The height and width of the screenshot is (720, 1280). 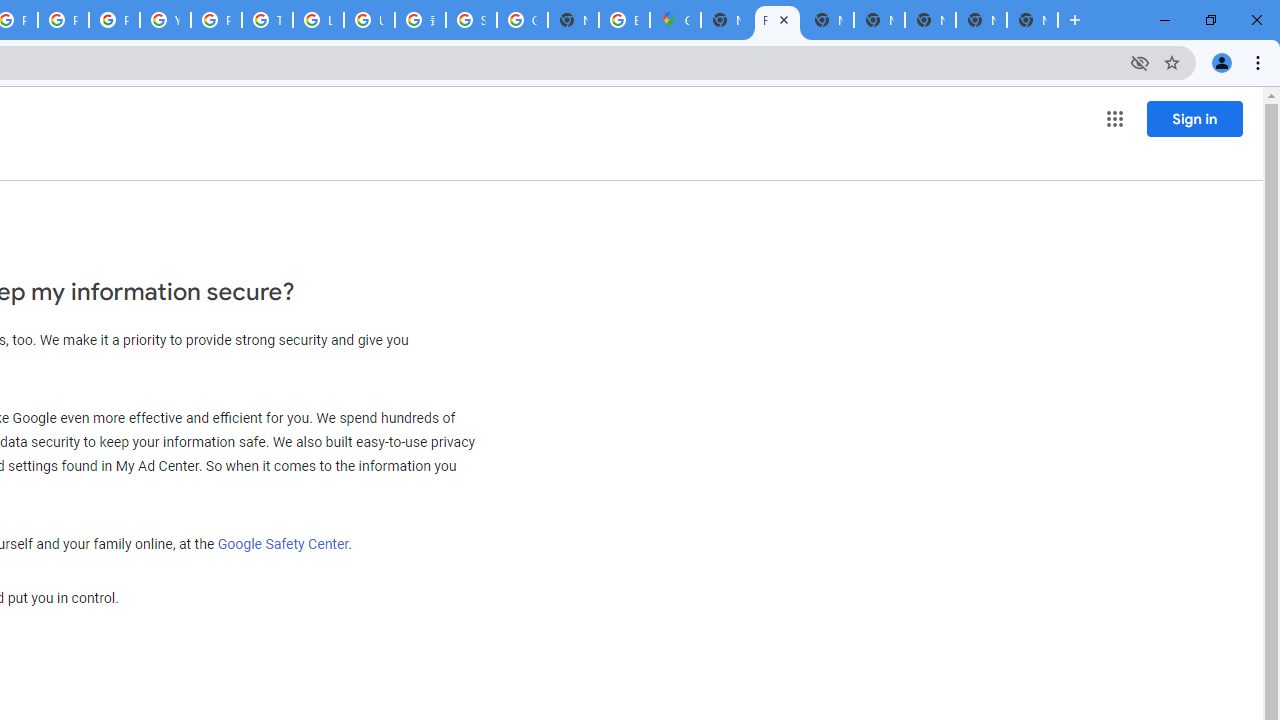 What do you see at coordinates (1032, 20) in the screenshot?
I see `'New Tab'` at bounding box center [1032, 20].